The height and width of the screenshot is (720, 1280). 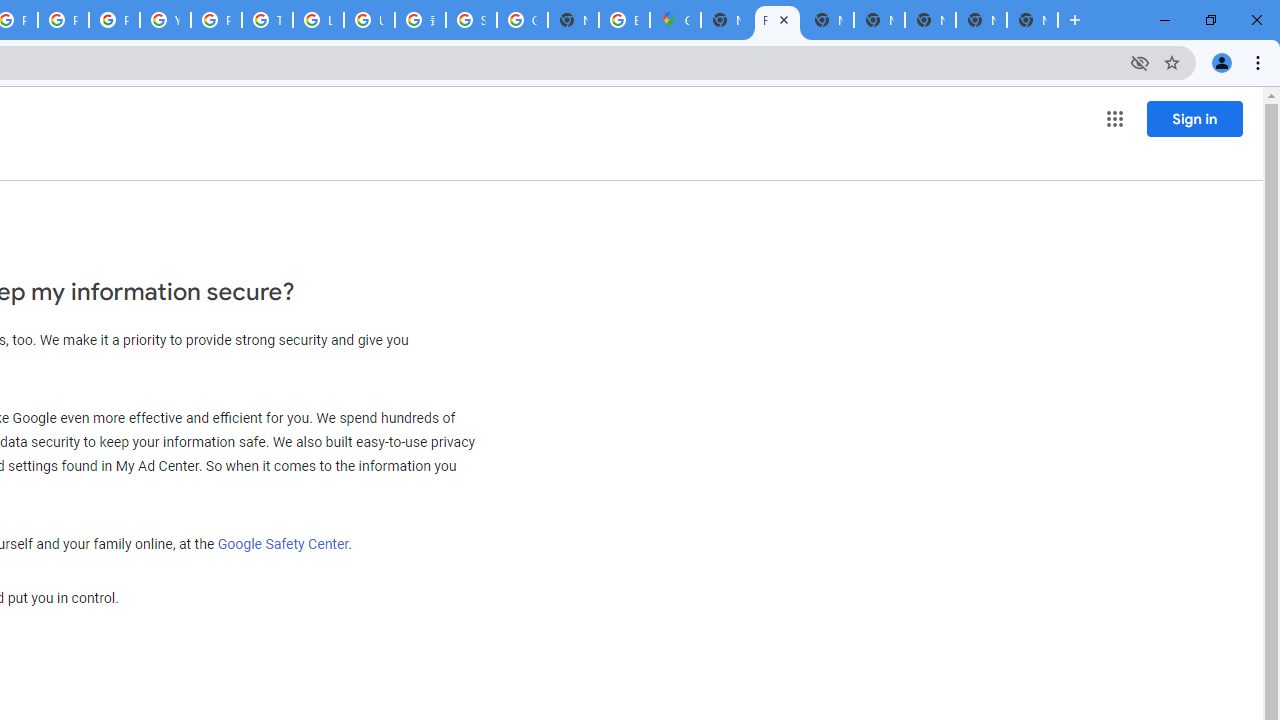 What do you see at coordinates (1032, 20) in the screenshot?
I see `'New Tab'` at bounding box center [1032, 20].